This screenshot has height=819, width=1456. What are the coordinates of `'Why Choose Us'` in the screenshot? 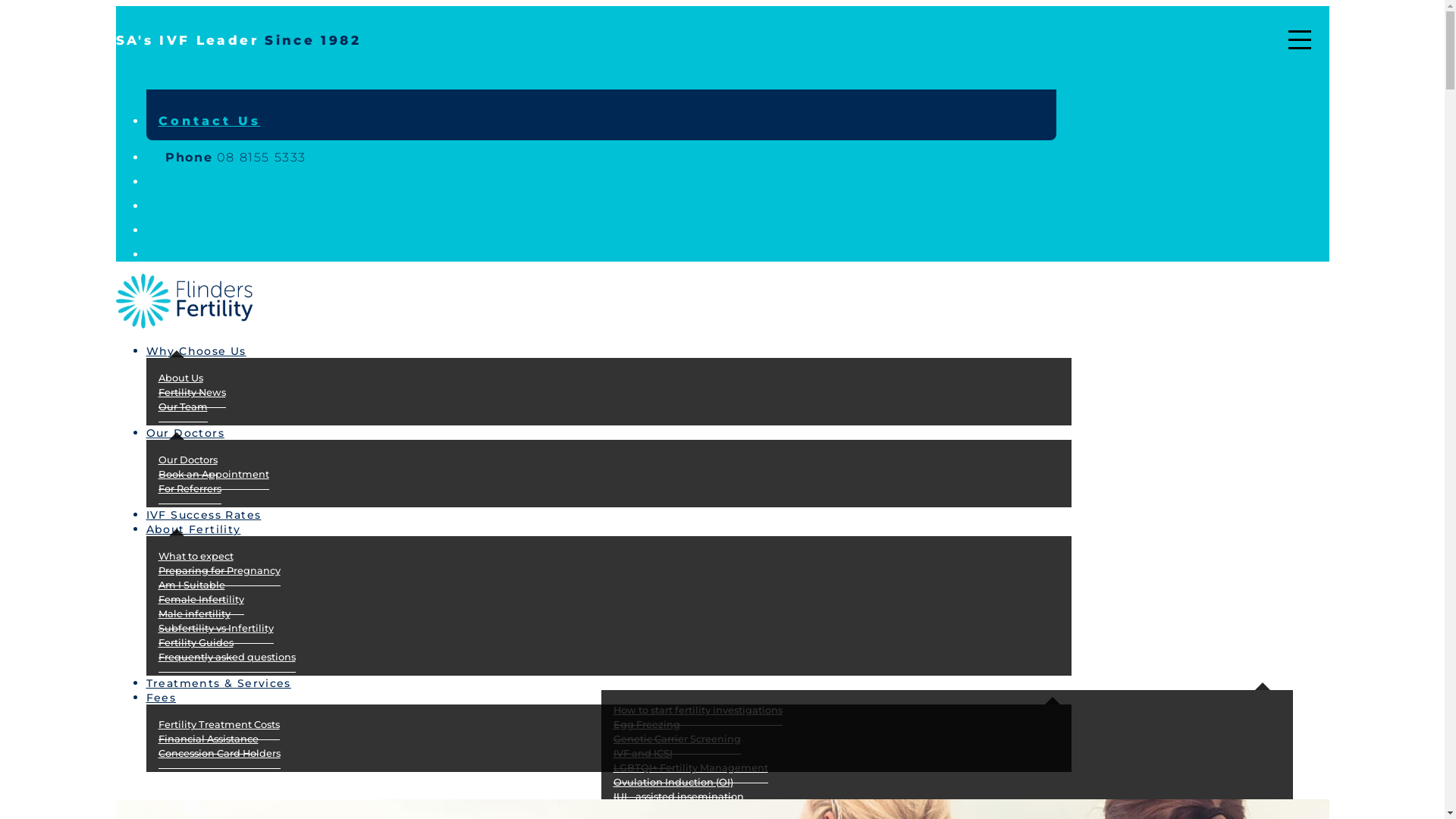 It's located at (206, 348).